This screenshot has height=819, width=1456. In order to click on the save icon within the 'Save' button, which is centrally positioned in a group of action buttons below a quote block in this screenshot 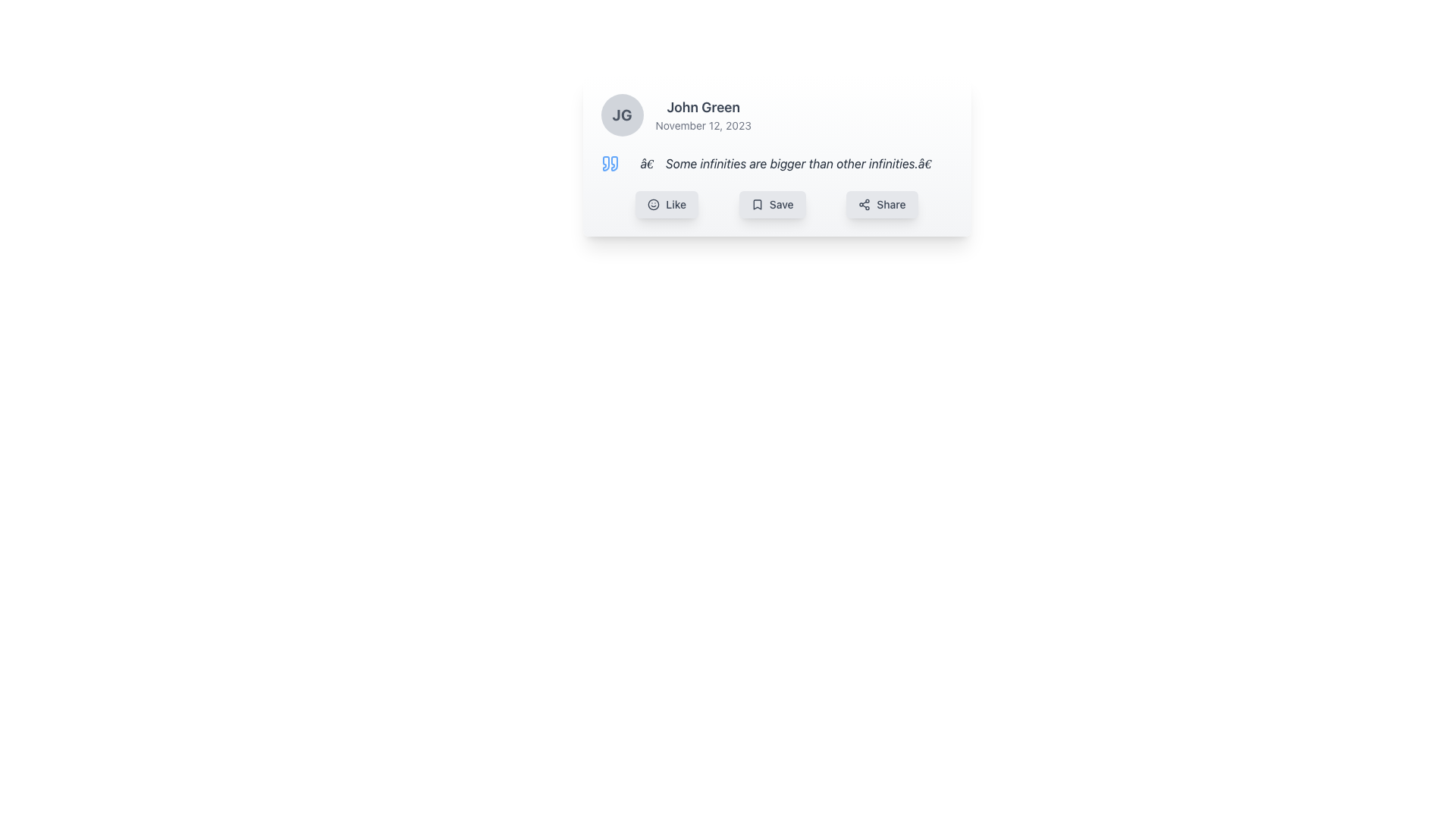, I will do `click(757, 205)`.